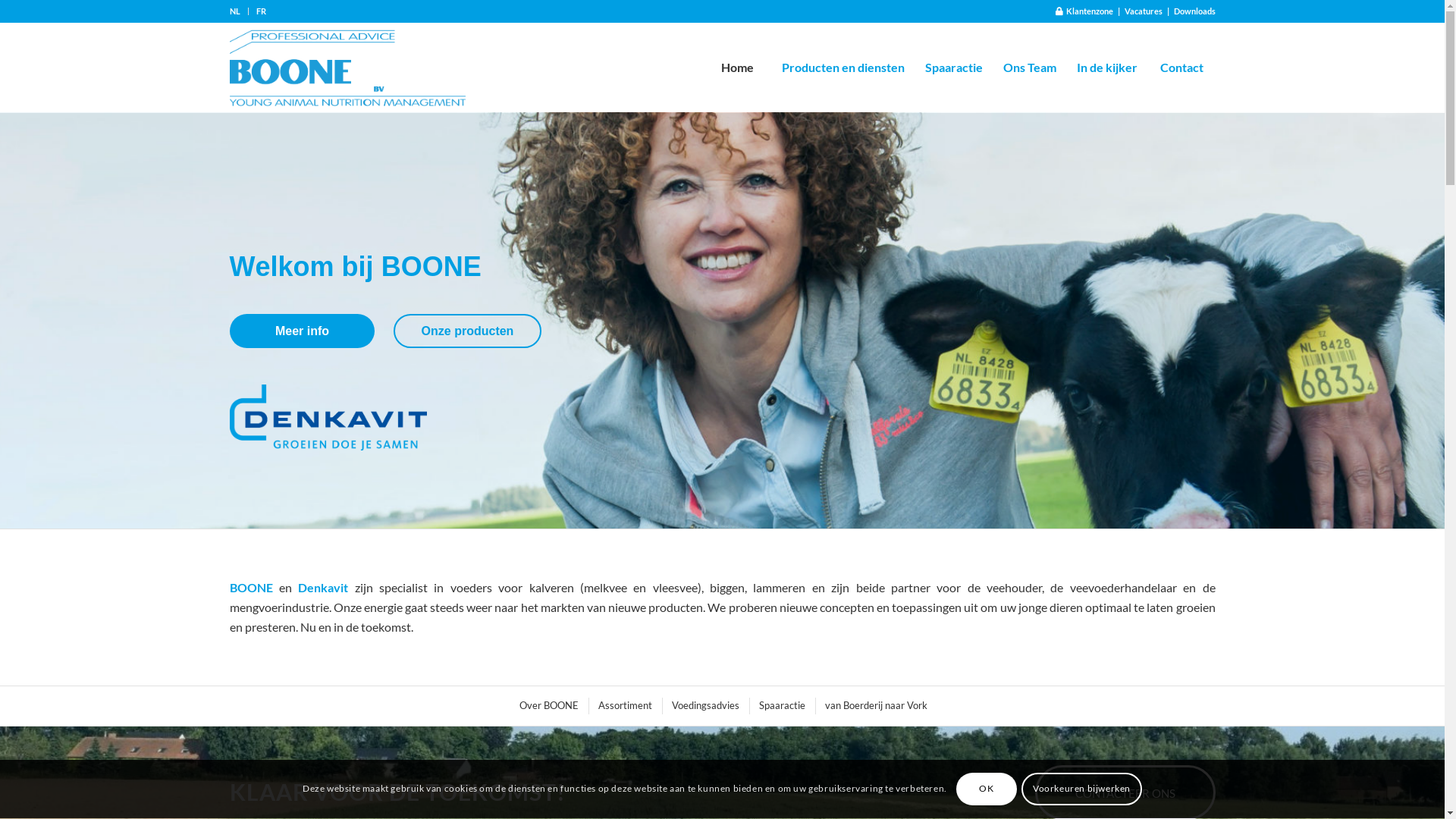 The width and height of the screenshot is (1456, 819). What do you see at coordinates (256, 11) in the screenshot?
I see `'FR'` at bounding box center [256, 11].